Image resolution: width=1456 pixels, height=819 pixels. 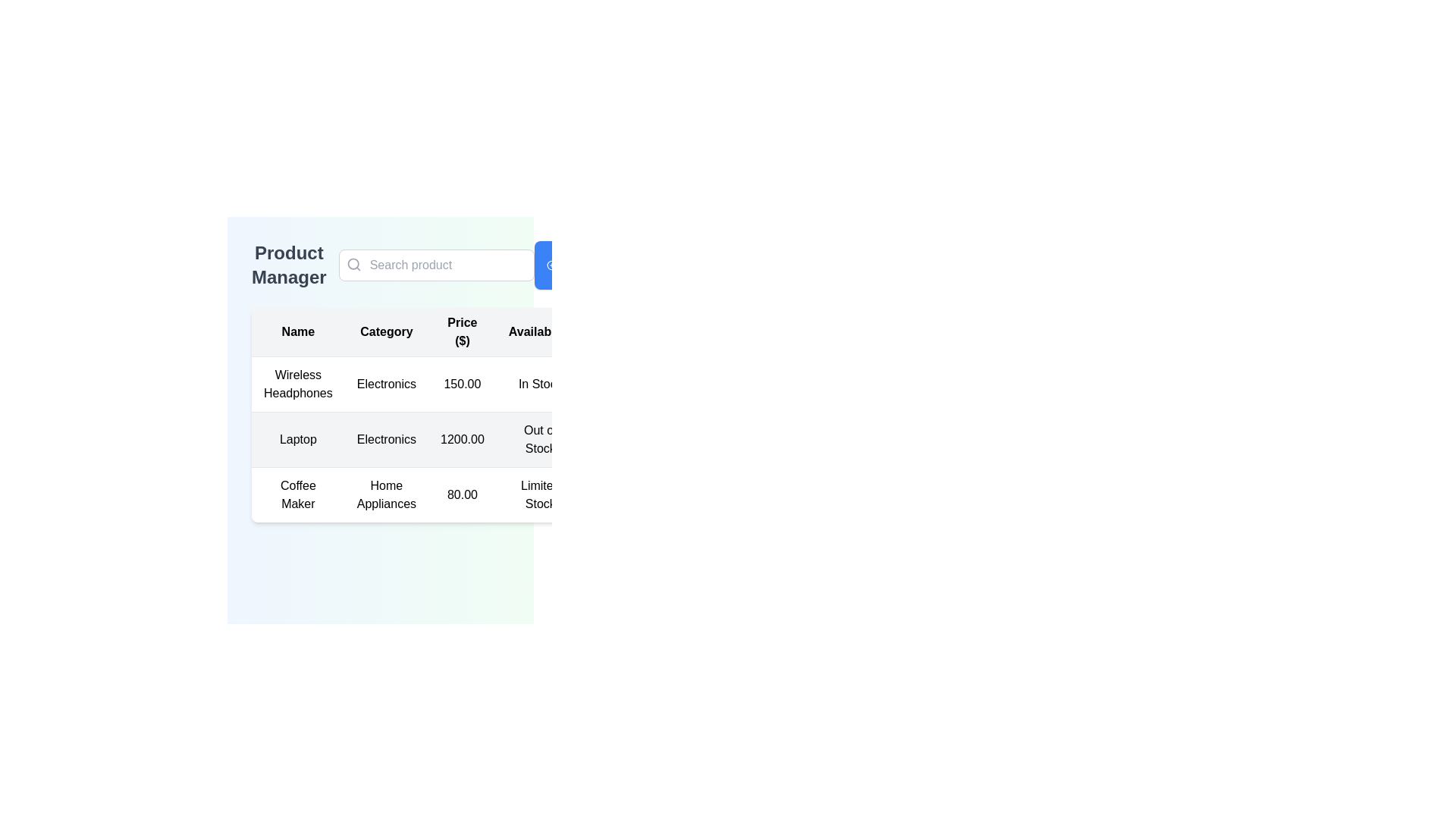 I want to click on the text label indicating the availability status of 'Coffee Maker' in the table, so click(x=540, y=494).